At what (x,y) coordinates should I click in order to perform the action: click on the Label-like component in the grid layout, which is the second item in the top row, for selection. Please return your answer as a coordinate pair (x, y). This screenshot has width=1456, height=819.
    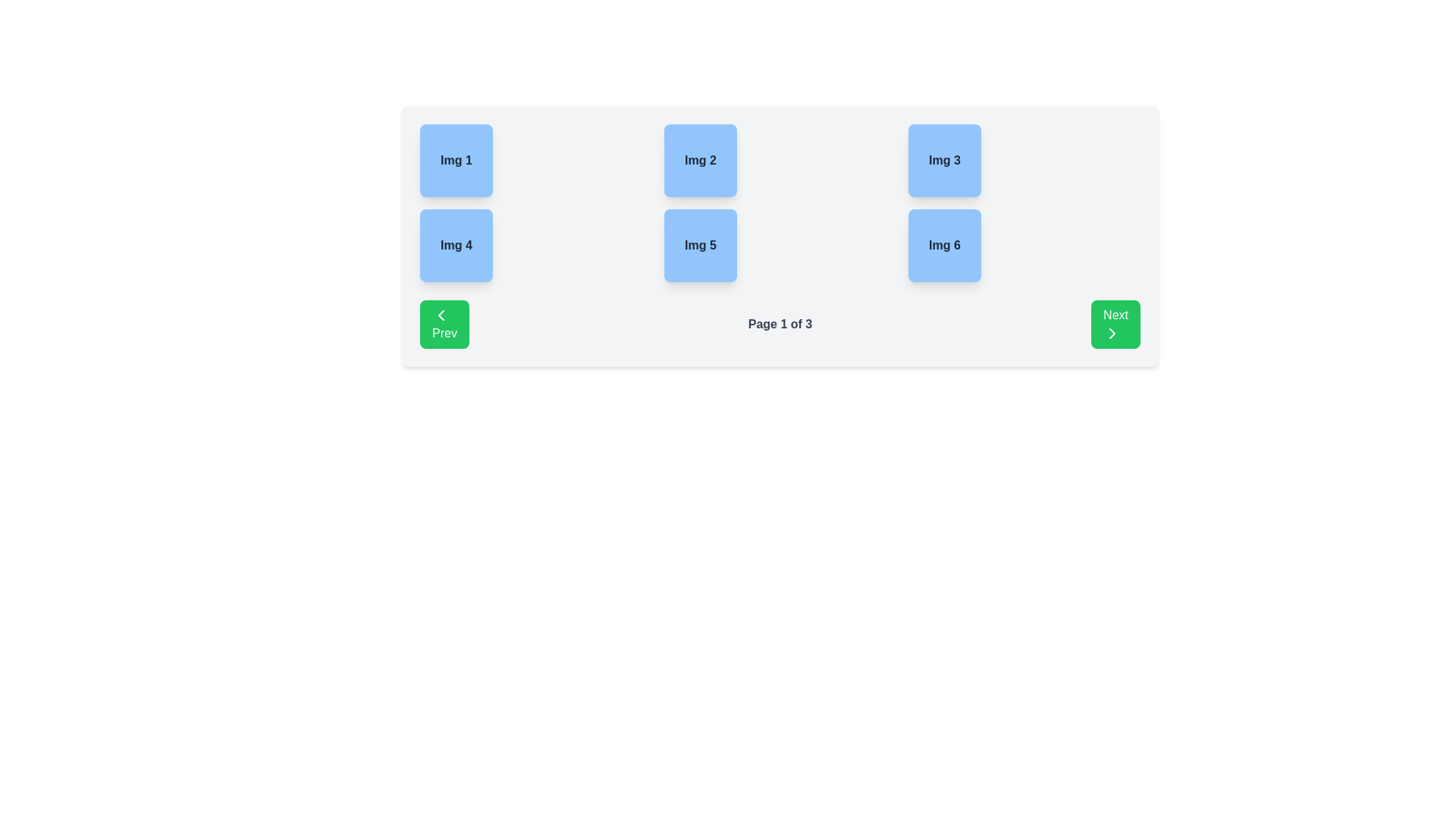
    Looking at the image, I should click on (700, 161).